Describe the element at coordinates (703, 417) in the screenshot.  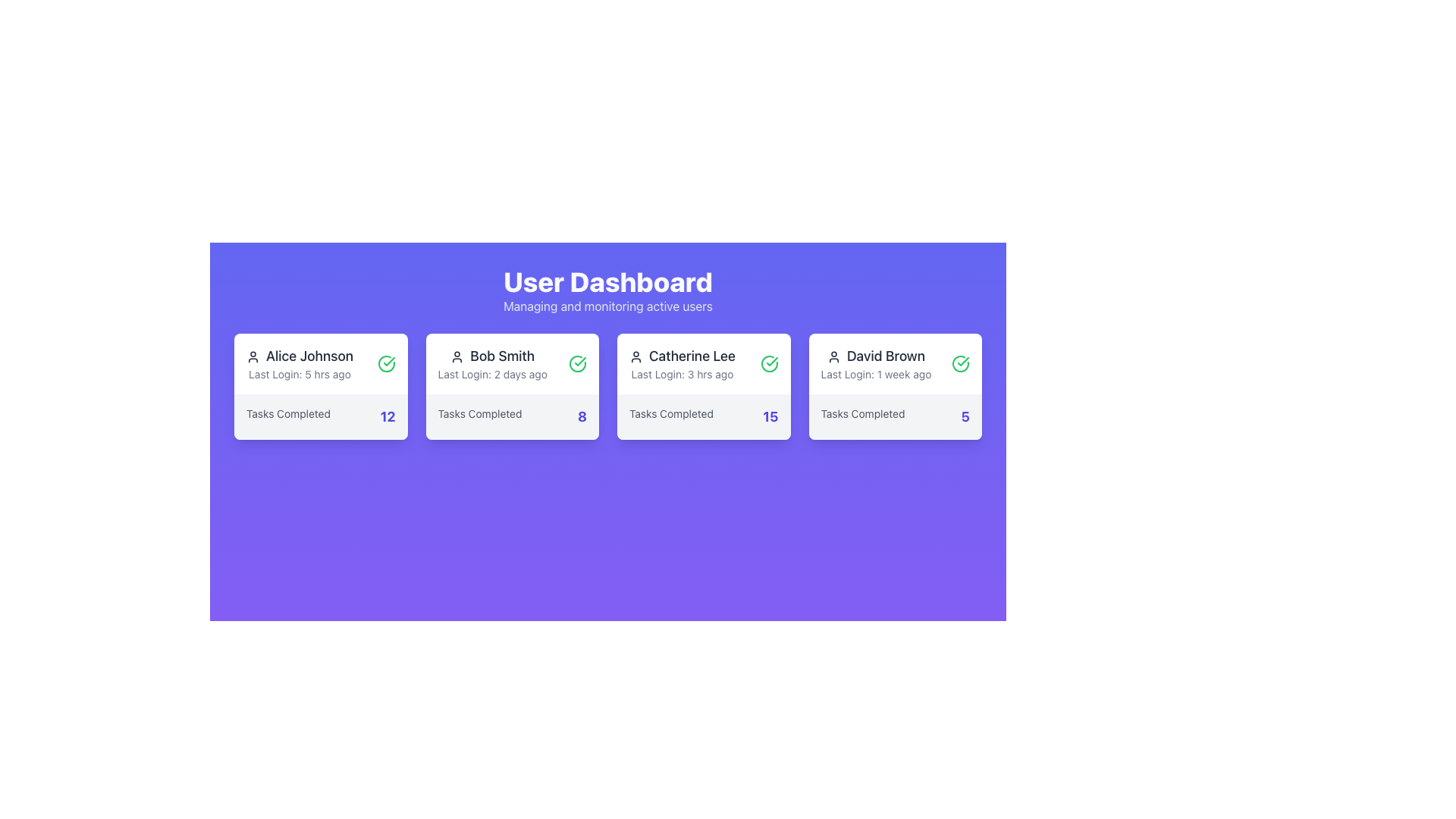
I see `the text display that shows the number of tasks completed for the user 'Catherine Lee', located in the bottom portion of the card labeled 'Catherine Lee'` at that location.